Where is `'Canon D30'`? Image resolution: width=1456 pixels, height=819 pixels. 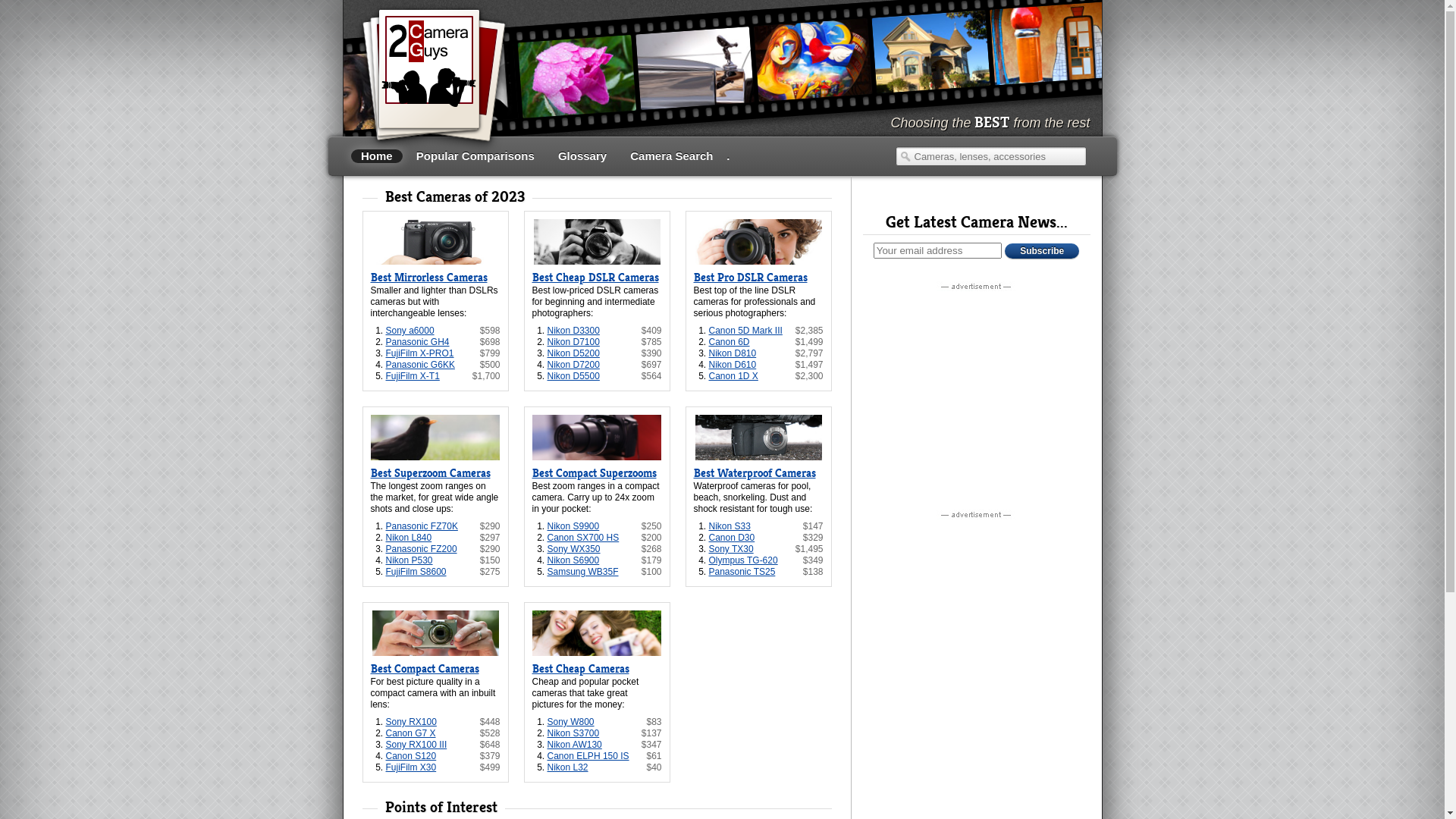
'Canon D30' is located at coordinates (731, 537).